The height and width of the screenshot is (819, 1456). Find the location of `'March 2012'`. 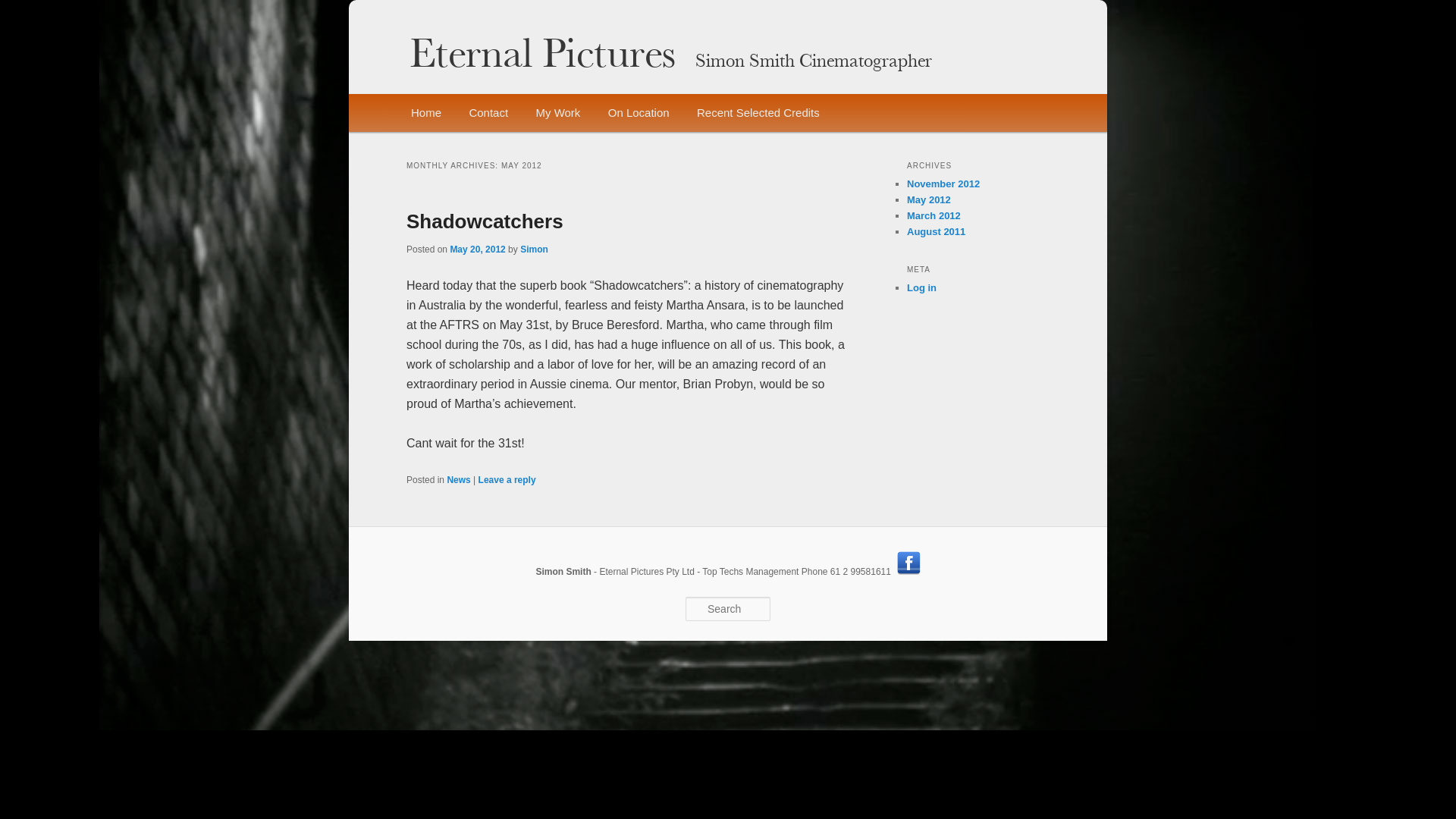

'March 2012' is located at coordinates (933, 215).